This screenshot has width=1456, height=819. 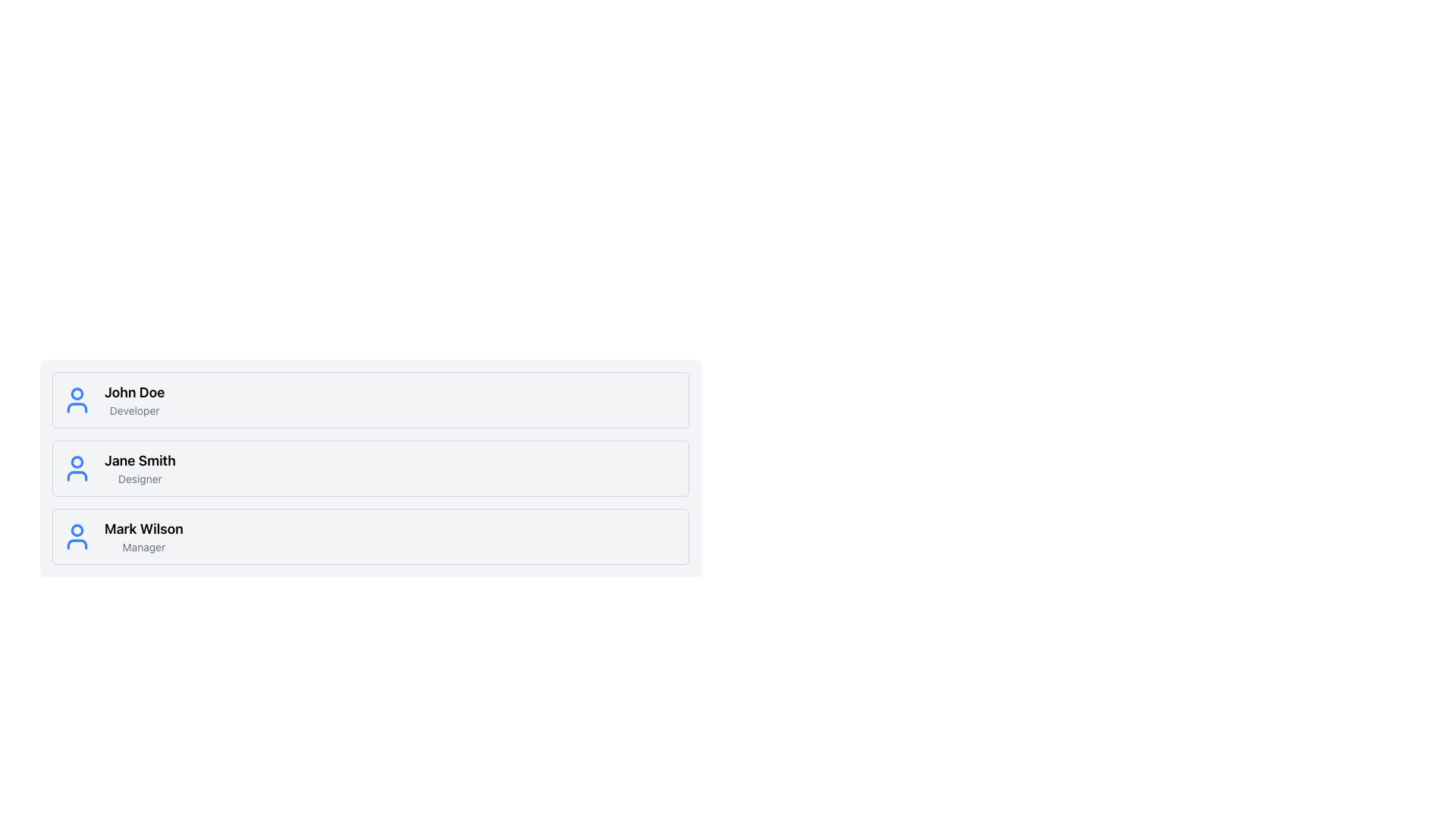 What do you see at coordinates (76, 536) in the screenshot?
I see `the SVG Icon representing user 'Mark Wilson' from the 'Mark Wilson Manager' panel` at bounding box center [76, 536].